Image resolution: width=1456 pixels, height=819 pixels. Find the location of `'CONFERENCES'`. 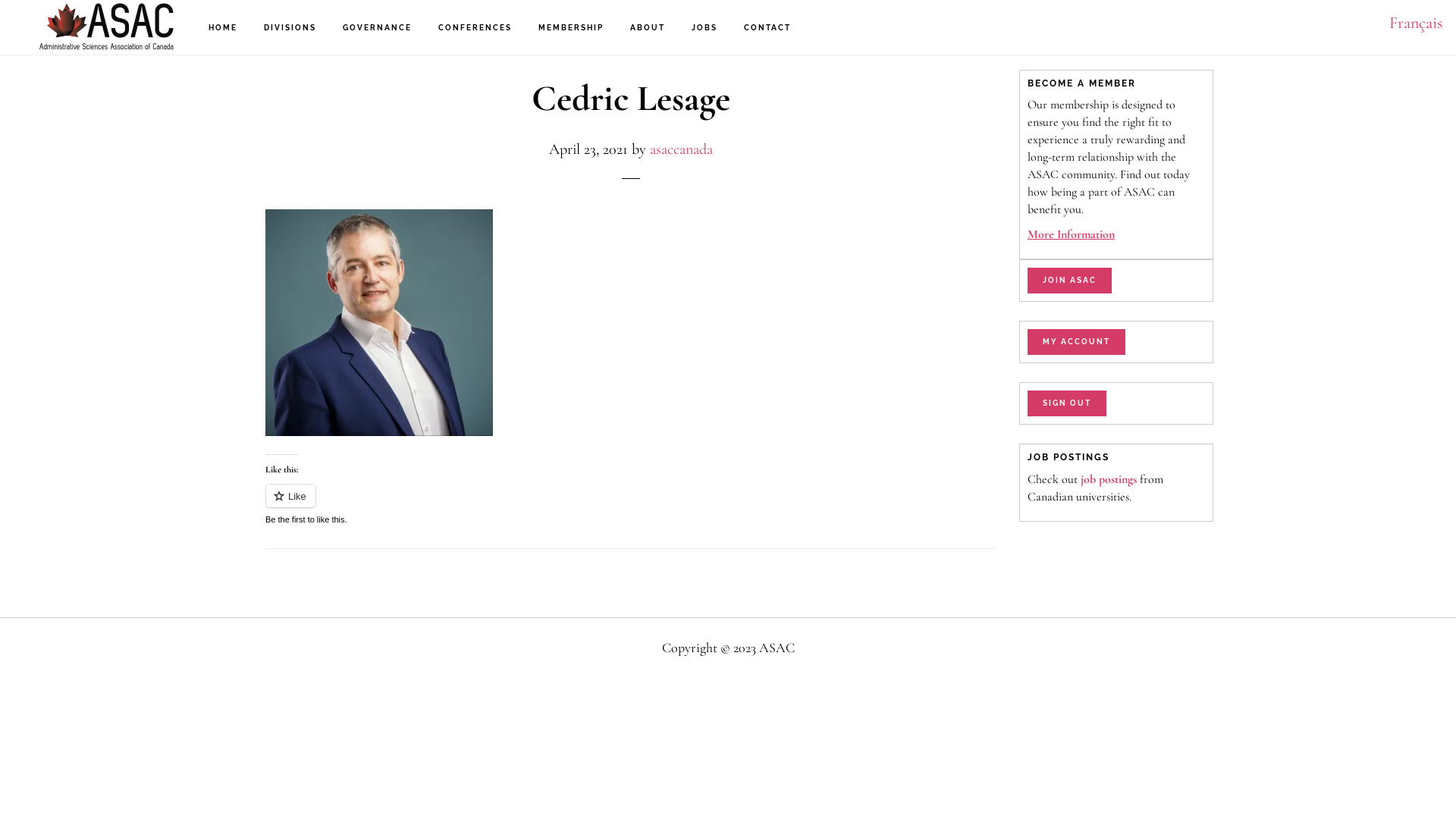

'CONFERENCES' is located at coordinates (474, 28).